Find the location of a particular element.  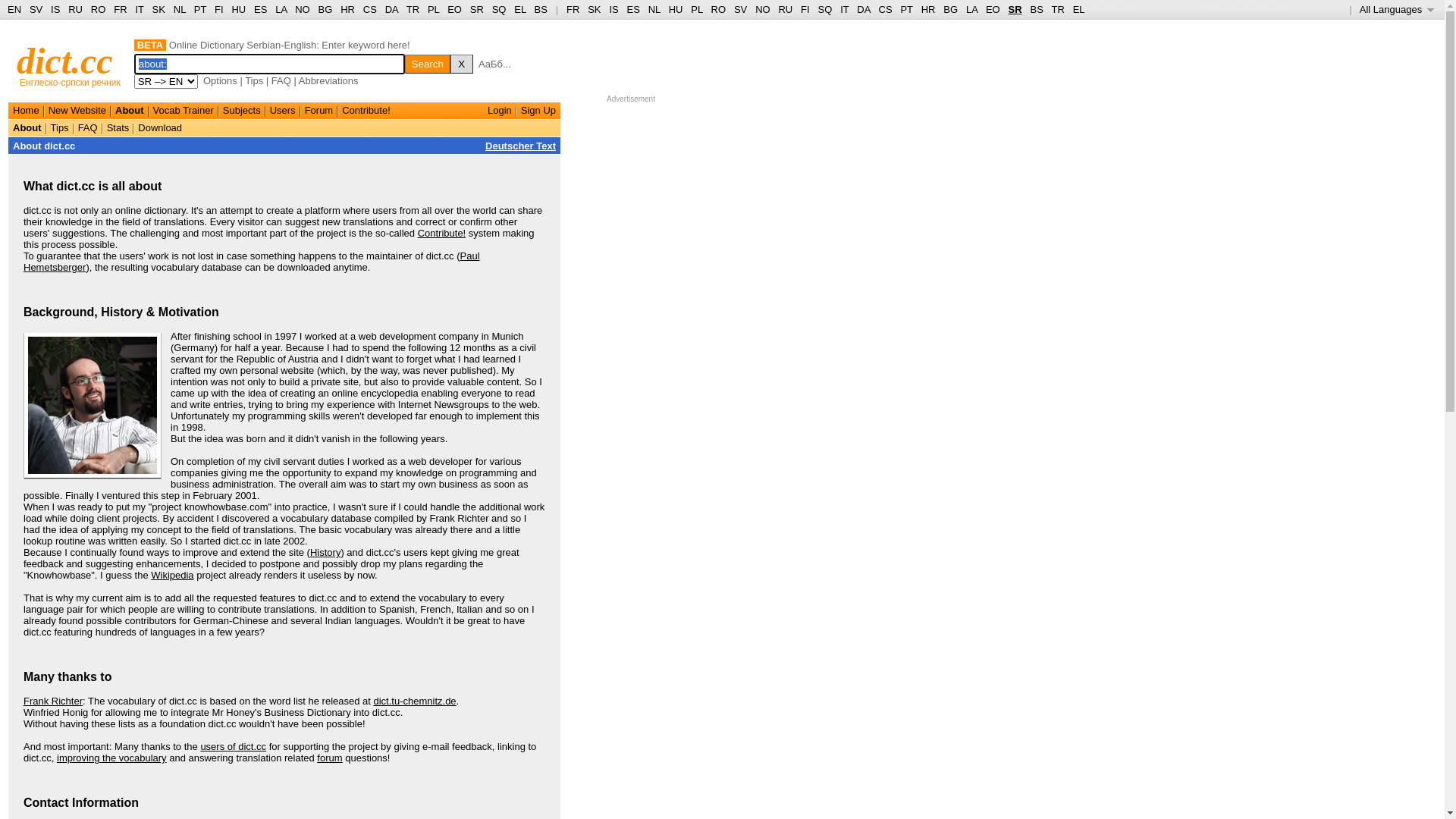

'Subjects' is located at coordinates (240, 109).